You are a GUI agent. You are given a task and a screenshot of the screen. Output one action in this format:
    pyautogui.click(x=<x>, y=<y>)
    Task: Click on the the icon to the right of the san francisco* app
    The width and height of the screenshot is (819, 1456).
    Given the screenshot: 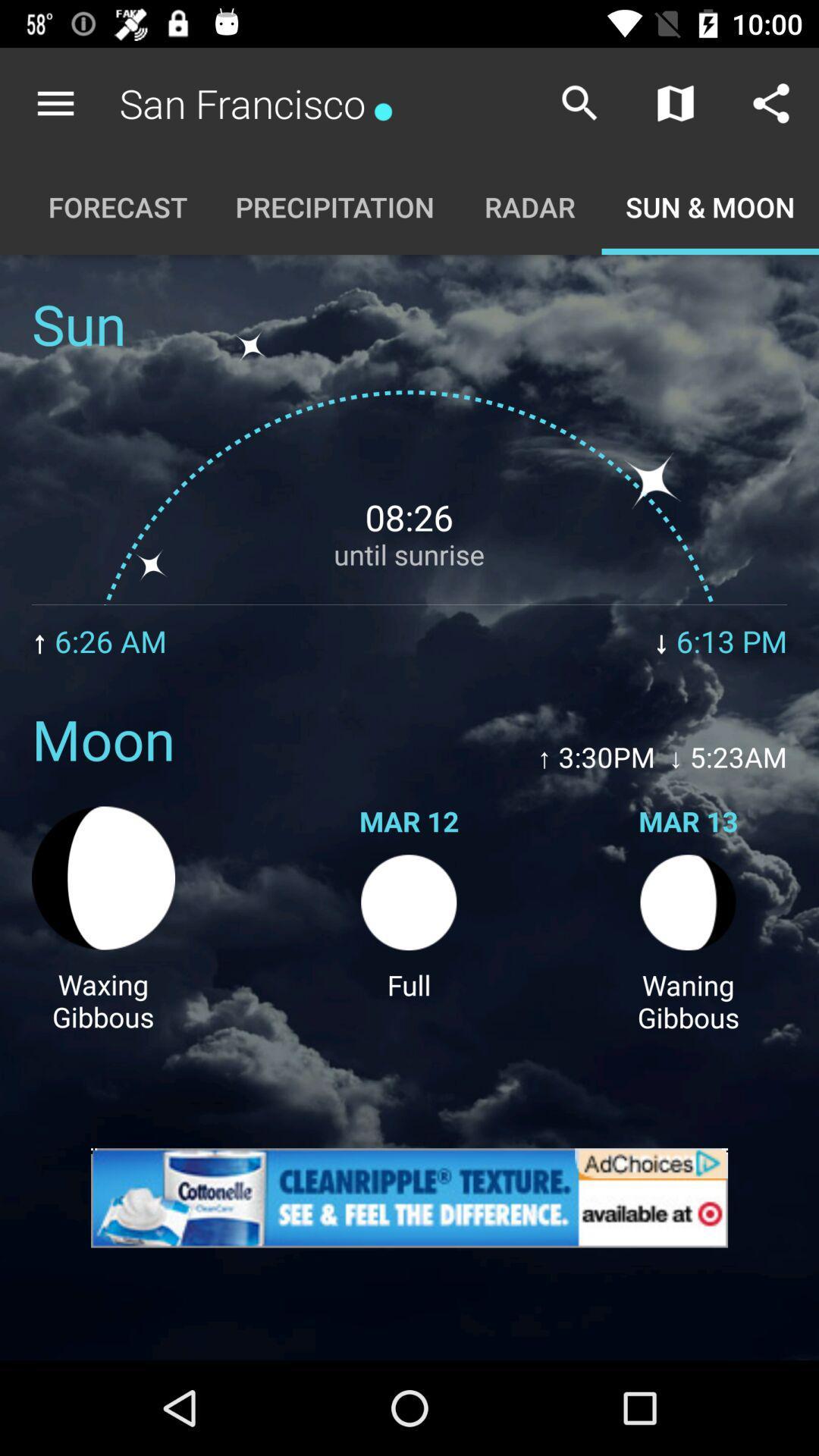 What is the action you would take?
    pyautogui.click(x=579, y=102)
    